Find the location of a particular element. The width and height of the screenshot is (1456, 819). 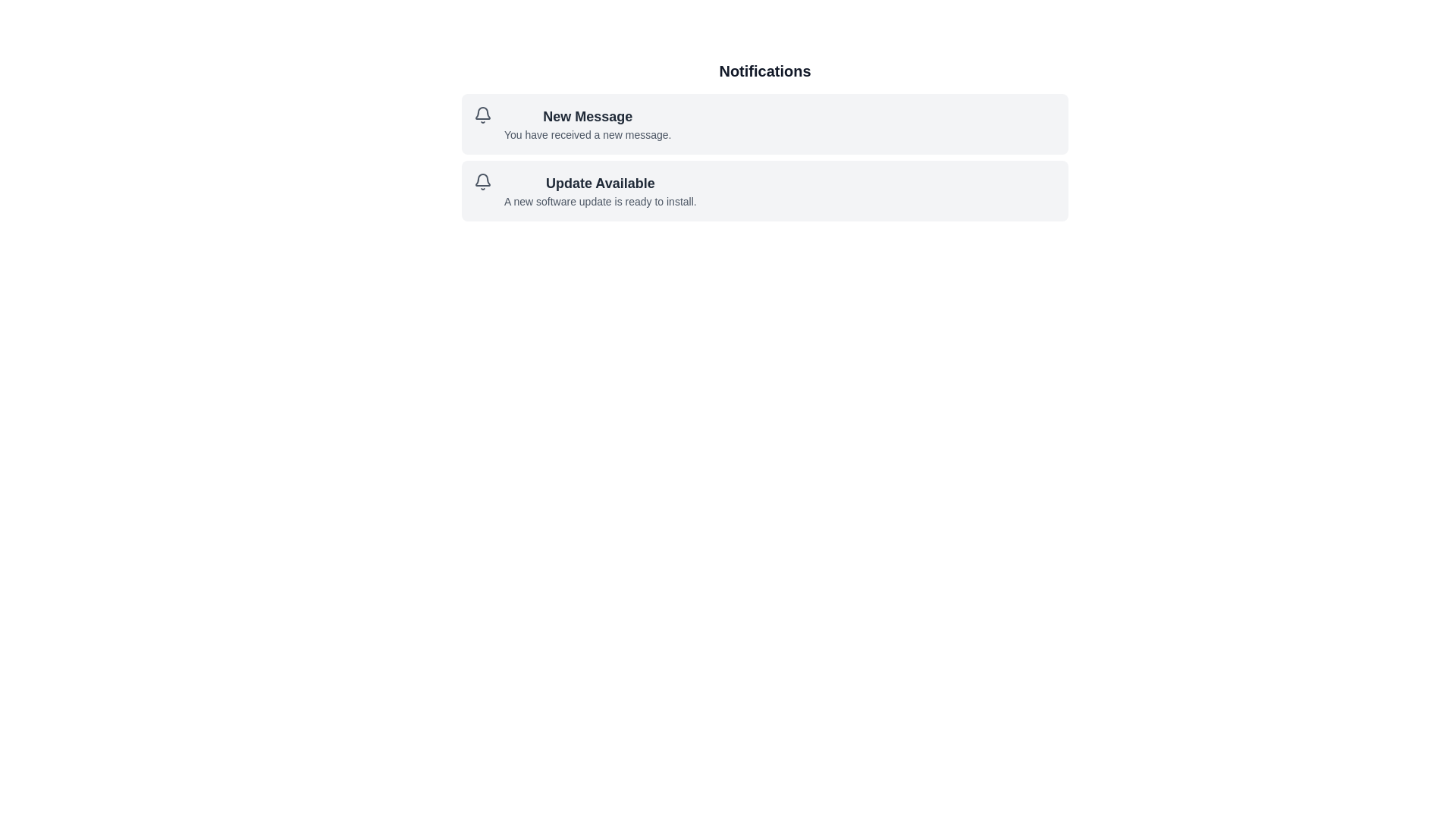

the first notification message text display is located at coordinates (587, 124).